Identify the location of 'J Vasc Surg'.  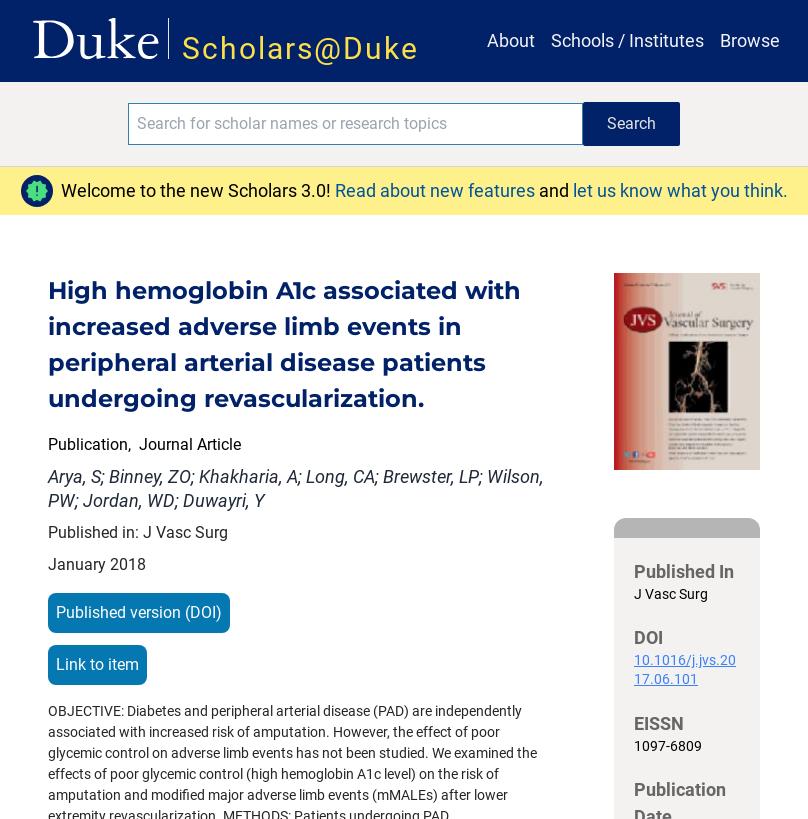
(670, 592).